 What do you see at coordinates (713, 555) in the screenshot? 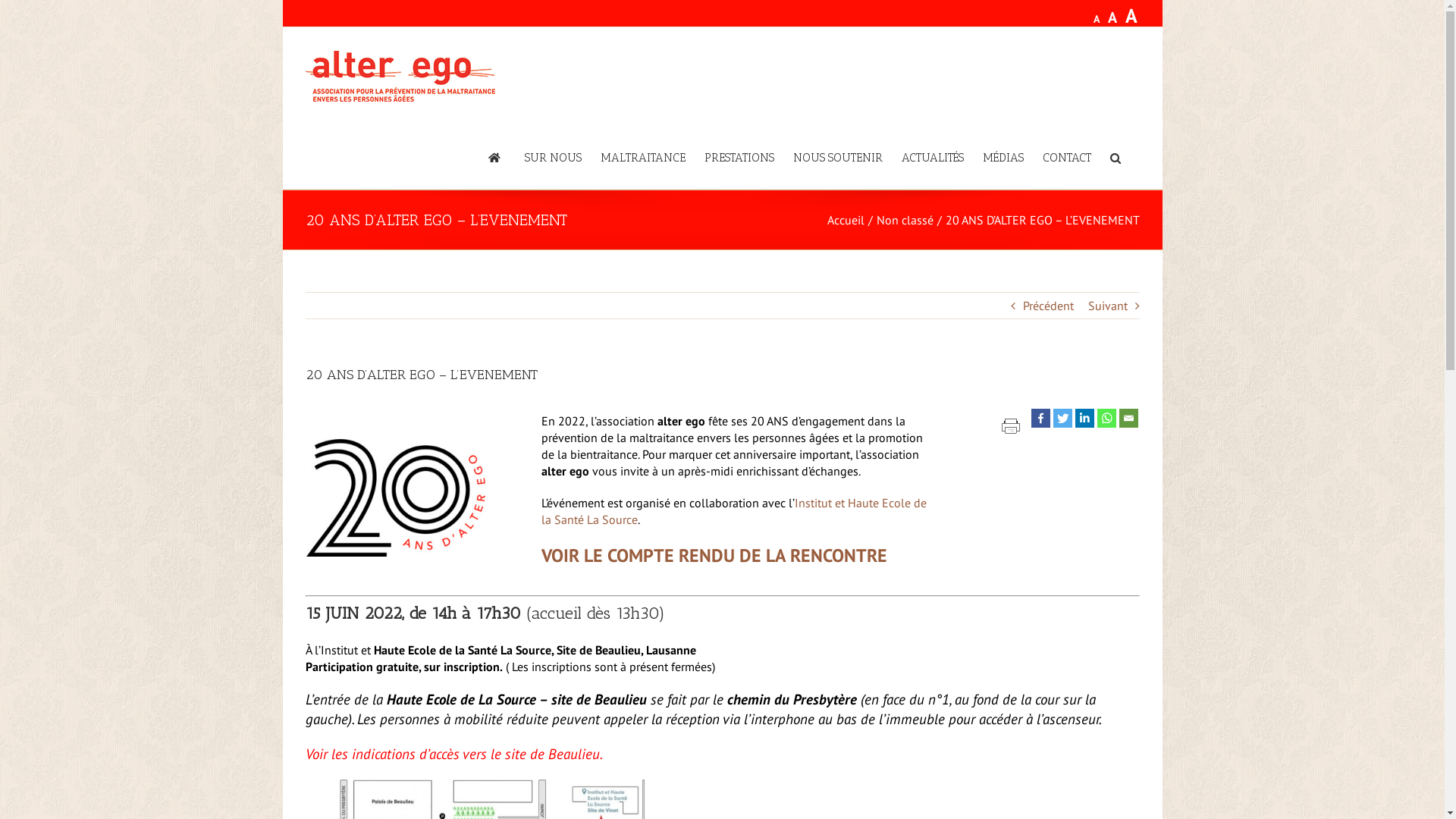
I see `'VOIR LE COMPTE RENDU DE LA RENCONTRE'` at bounding box center [713, 555].